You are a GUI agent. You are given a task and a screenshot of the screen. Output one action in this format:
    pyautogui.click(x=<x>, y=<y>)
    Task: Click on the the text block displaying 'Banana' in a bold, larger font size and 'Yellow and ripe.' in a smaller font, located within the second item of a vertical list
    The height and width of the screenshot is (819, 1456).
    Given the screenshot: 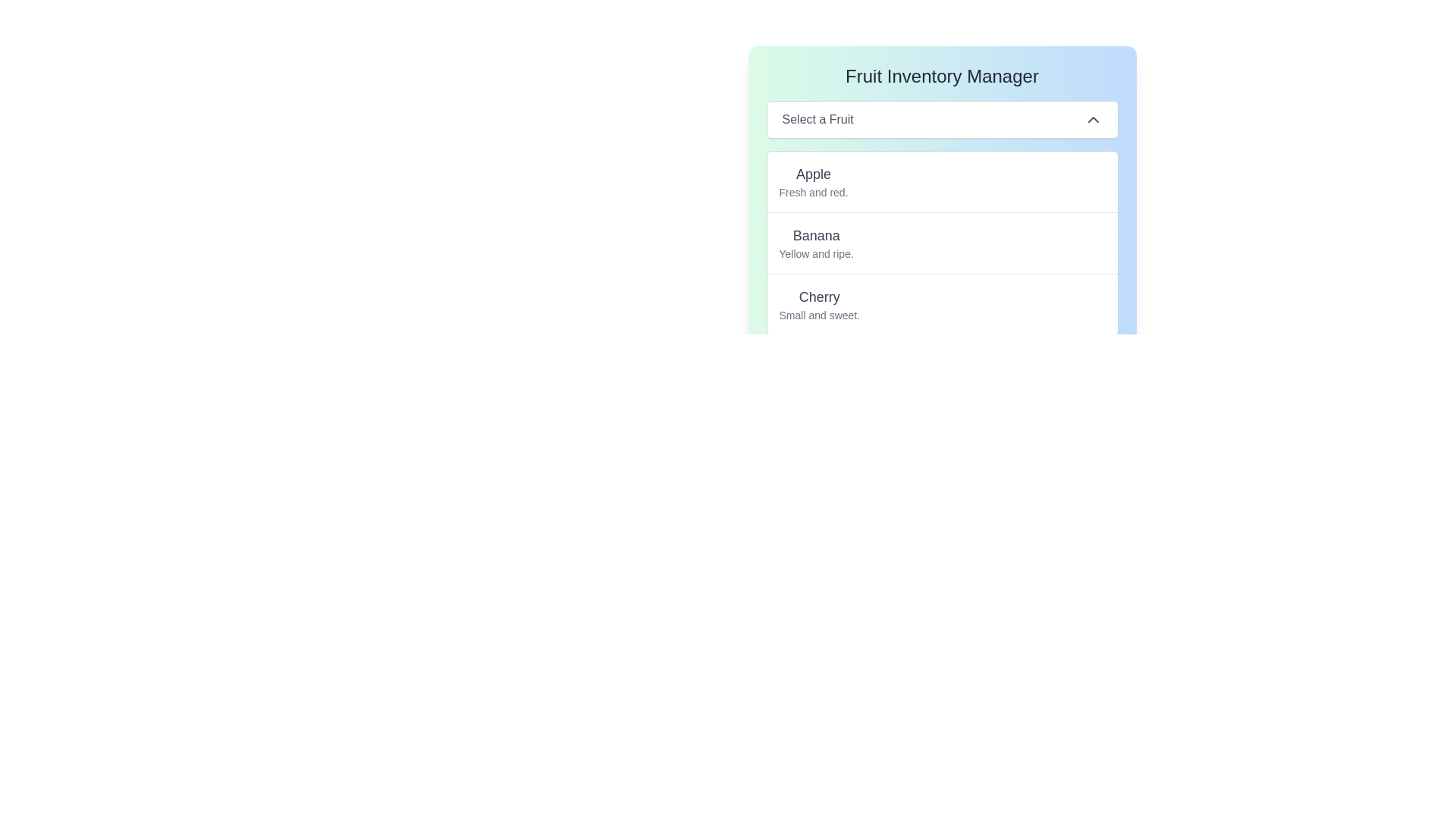 What is the action you would take?
    pyautogui.click(x=815, y=242)
    